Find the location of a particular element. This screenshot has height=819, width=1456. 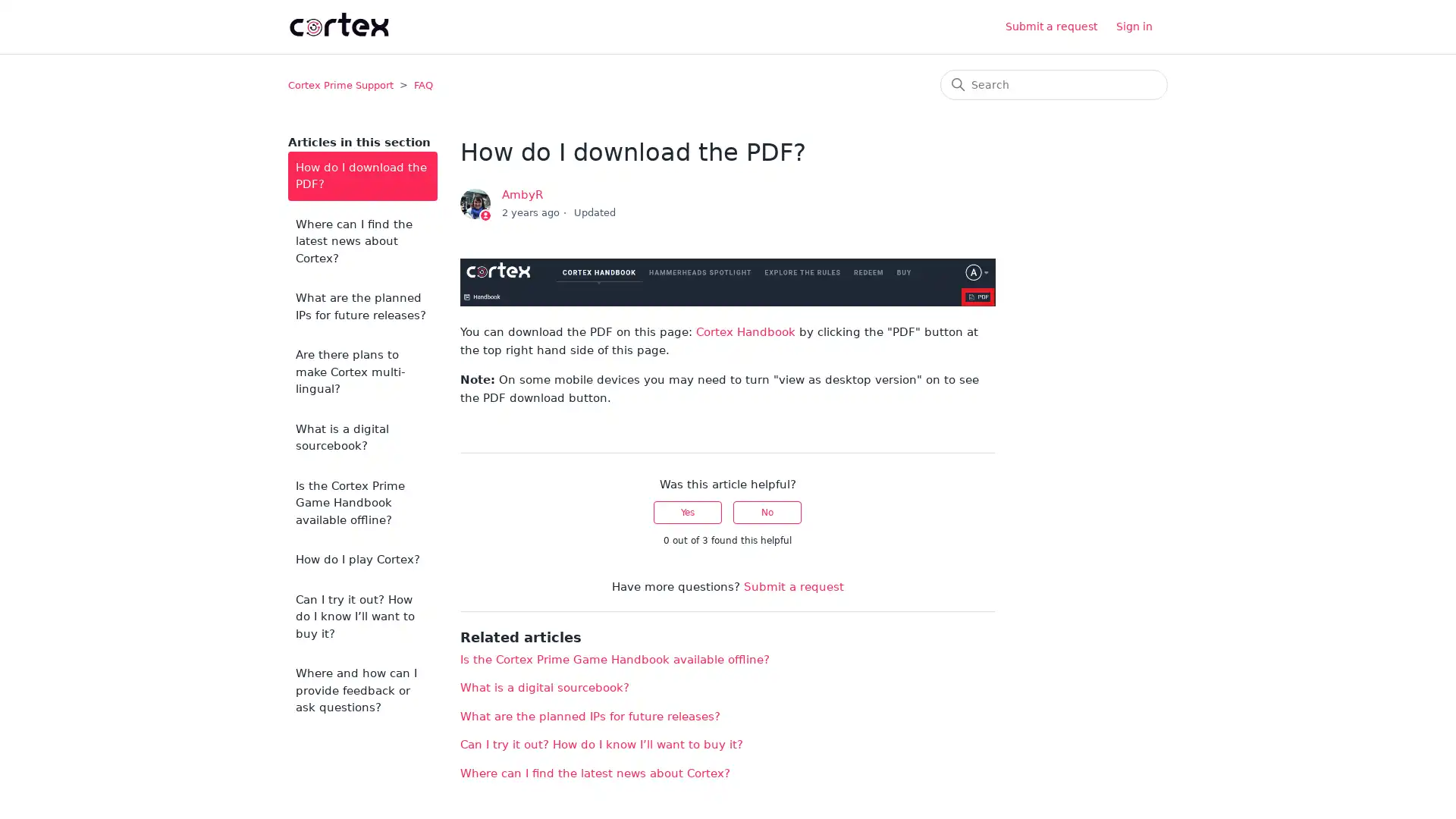

This article was helpful is located at coordinates (687, 512).